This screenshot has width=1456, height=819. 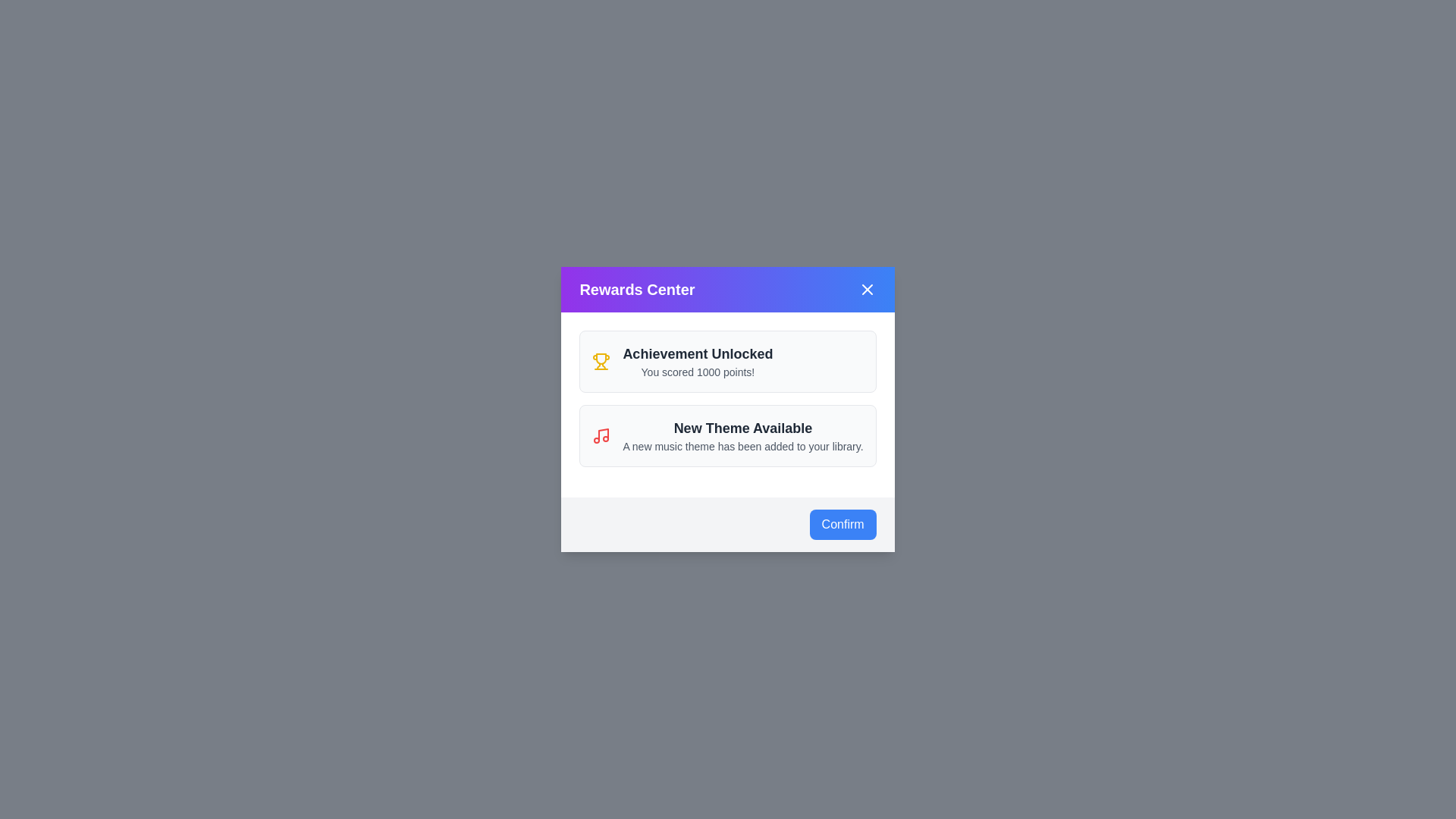 What do you see at coordinates (601, 435) in the screenshot?
I see `the icon associated with the reward item New Theme Available` at bounding box center [601, 435].